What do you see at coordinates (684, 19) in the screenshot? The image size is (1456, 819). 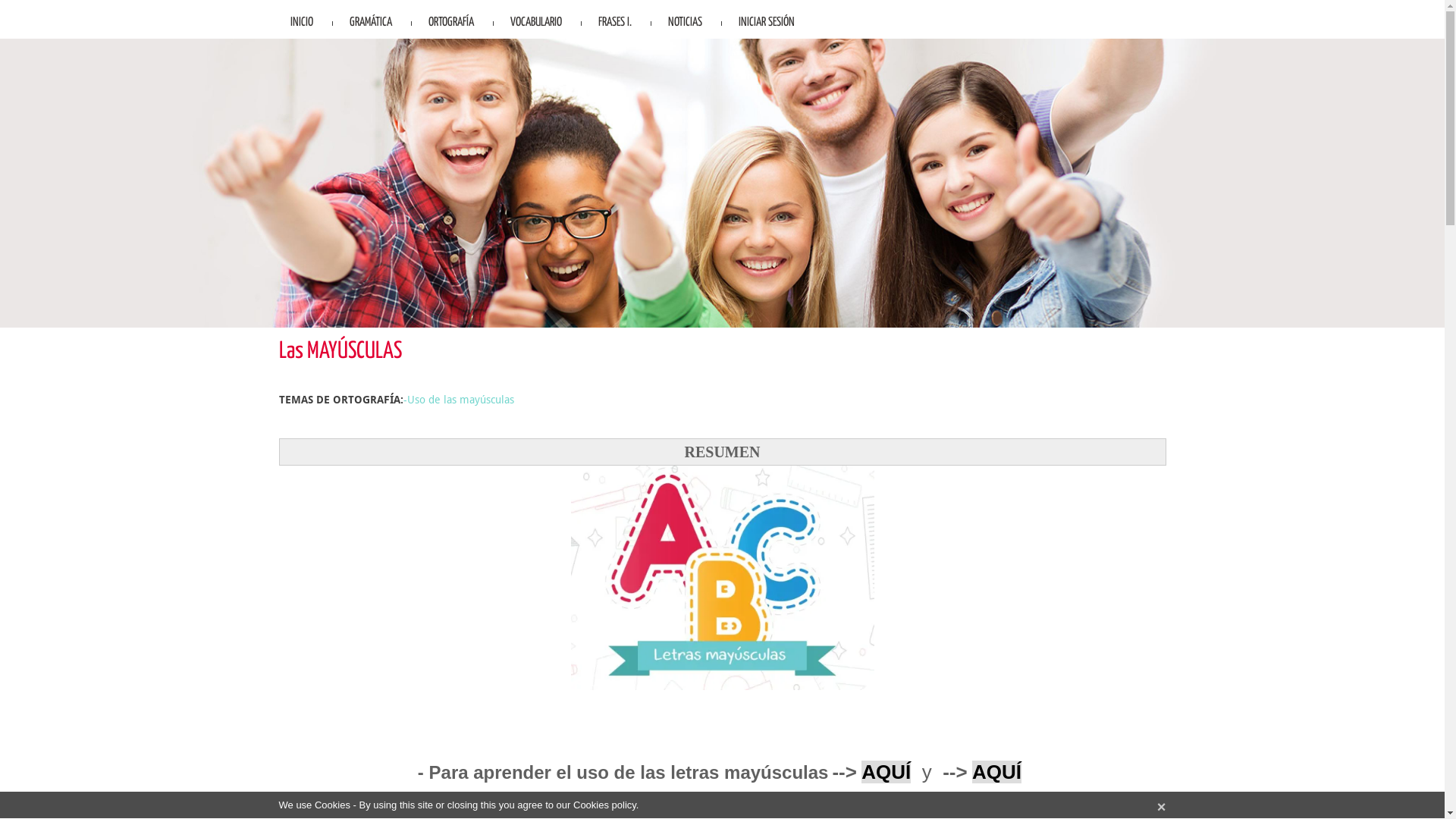 I see `'NOTICIAS'` at bounding box center [684, 19].